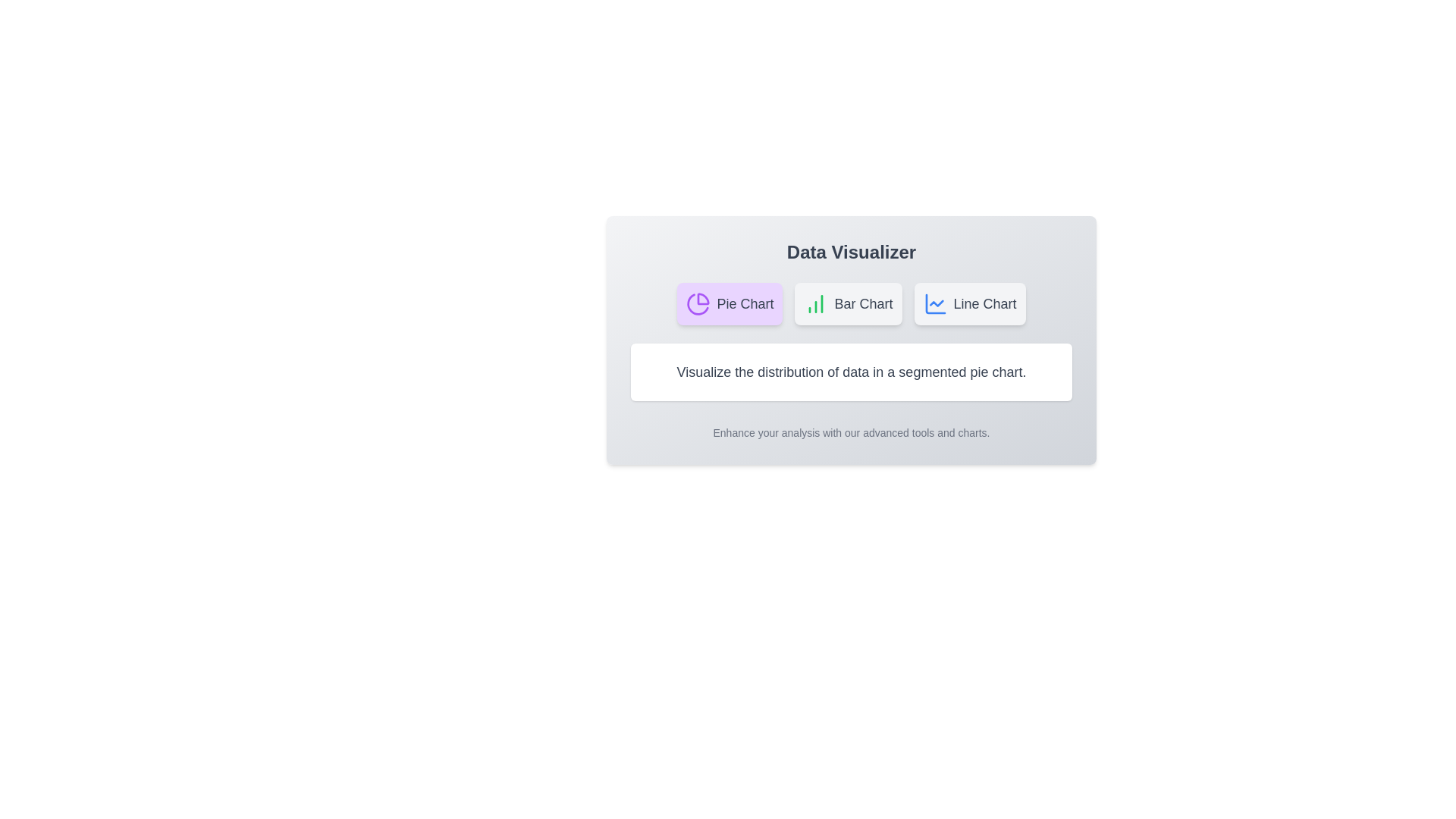  What do you see at coordinates (969, 304) in the screenshot?
I see `the button labeled 'Line Chart' to observe hover effects` at bounding box center [969, 304].